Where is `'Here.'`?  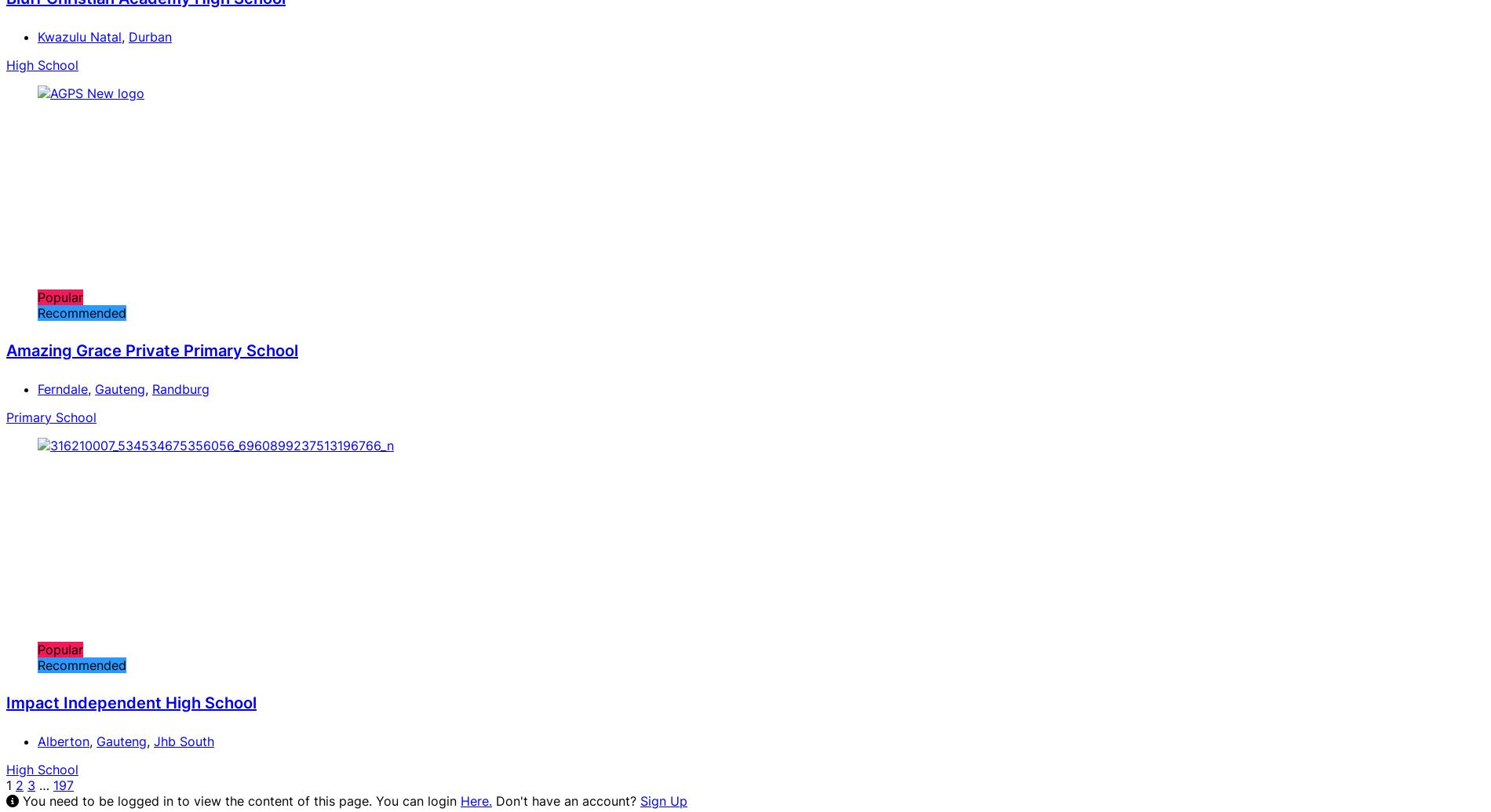
'Here.' is located at coordinates (476, 799).